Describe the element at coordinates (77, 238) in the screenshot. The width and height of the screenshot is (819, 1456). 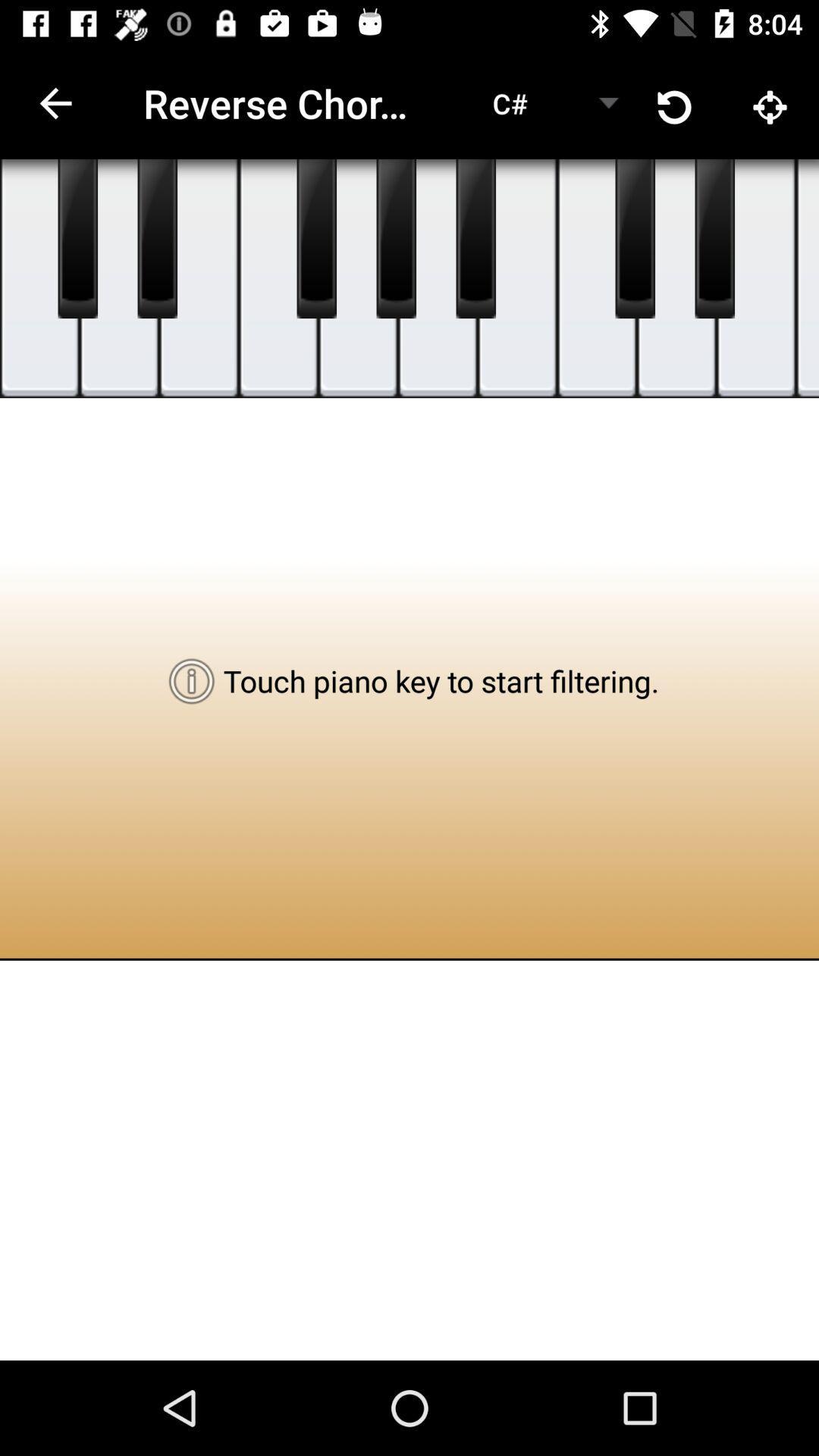
I see `piano play key` at that location.